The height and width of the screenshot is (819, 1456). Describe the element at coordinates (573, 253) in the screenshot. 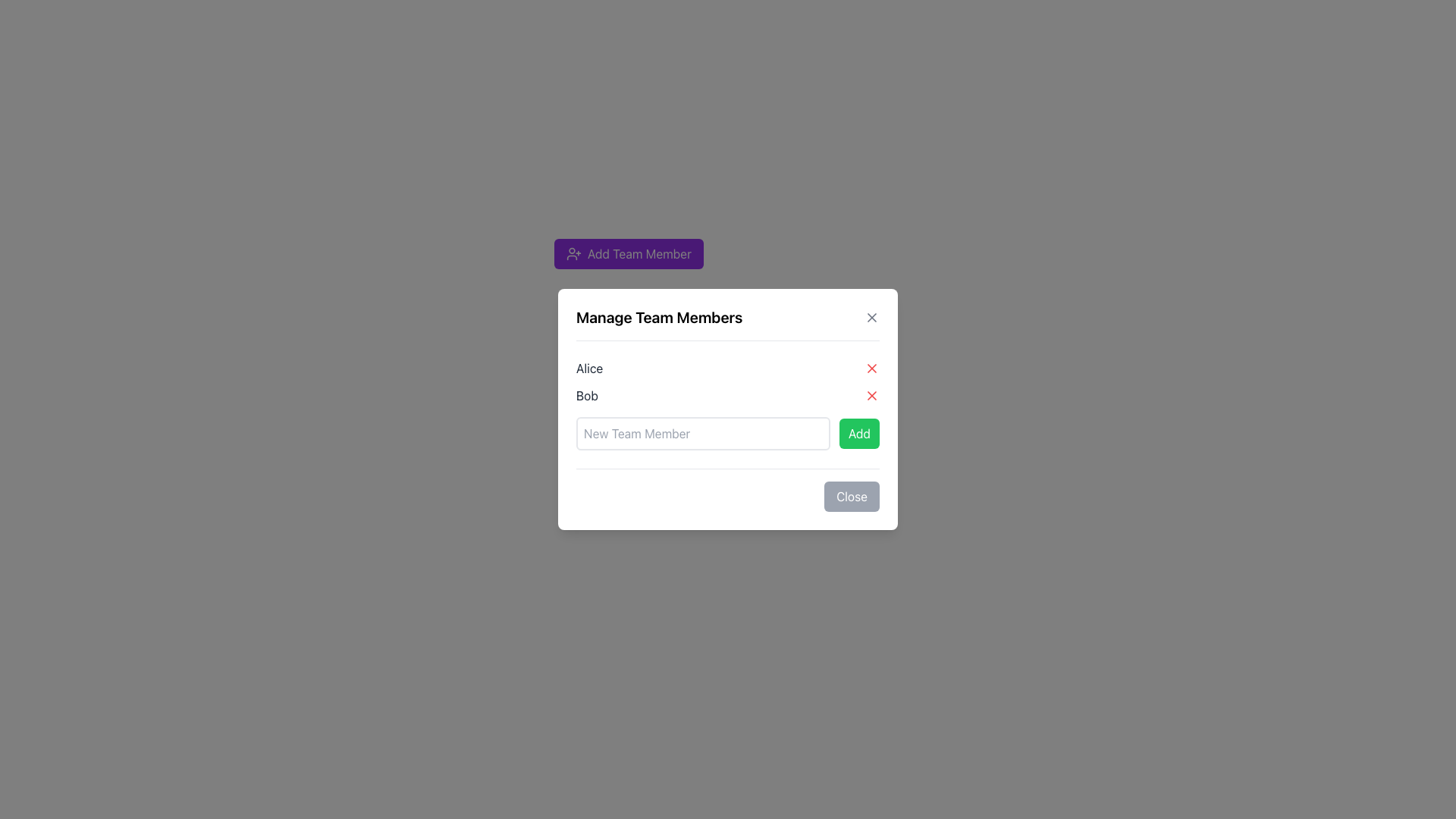

I see `the icon that visually represents the action of adding a user to a group, which is located inside the purple 'Add Team Member' button at the top center of the interface` at that location.